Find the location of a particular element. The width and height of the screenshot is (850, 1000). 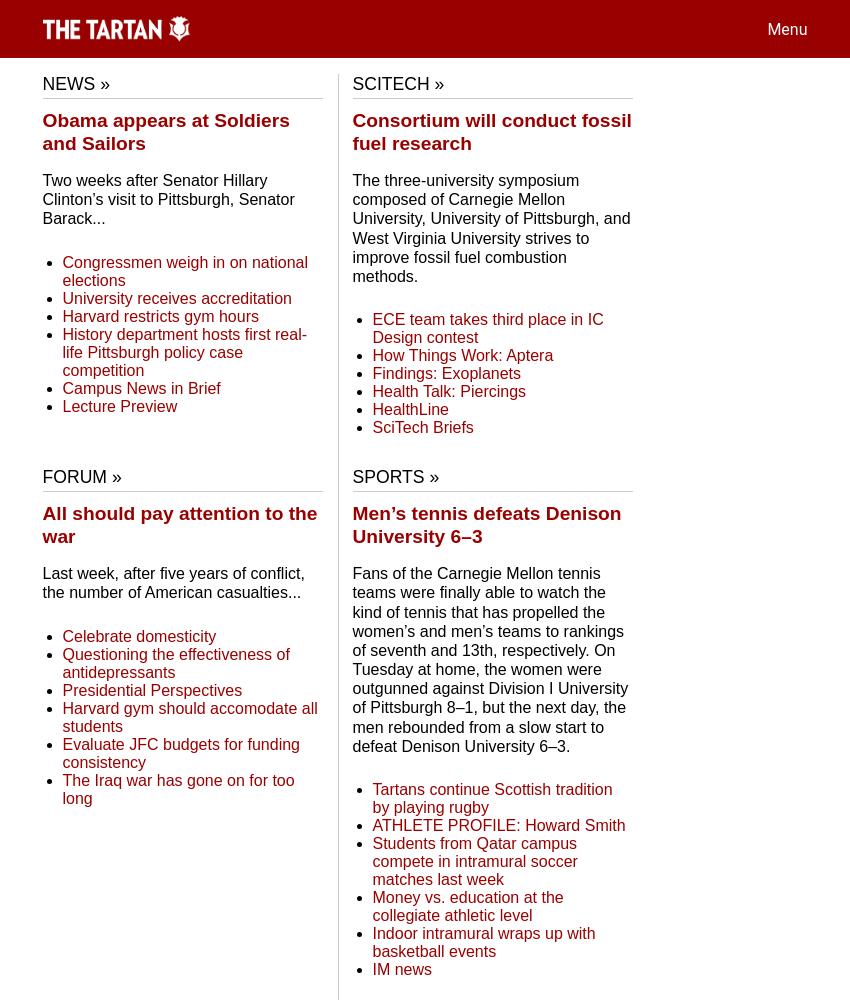

'Questioning the effectiveness of antidepressants' is located at coordinates (61, 662).